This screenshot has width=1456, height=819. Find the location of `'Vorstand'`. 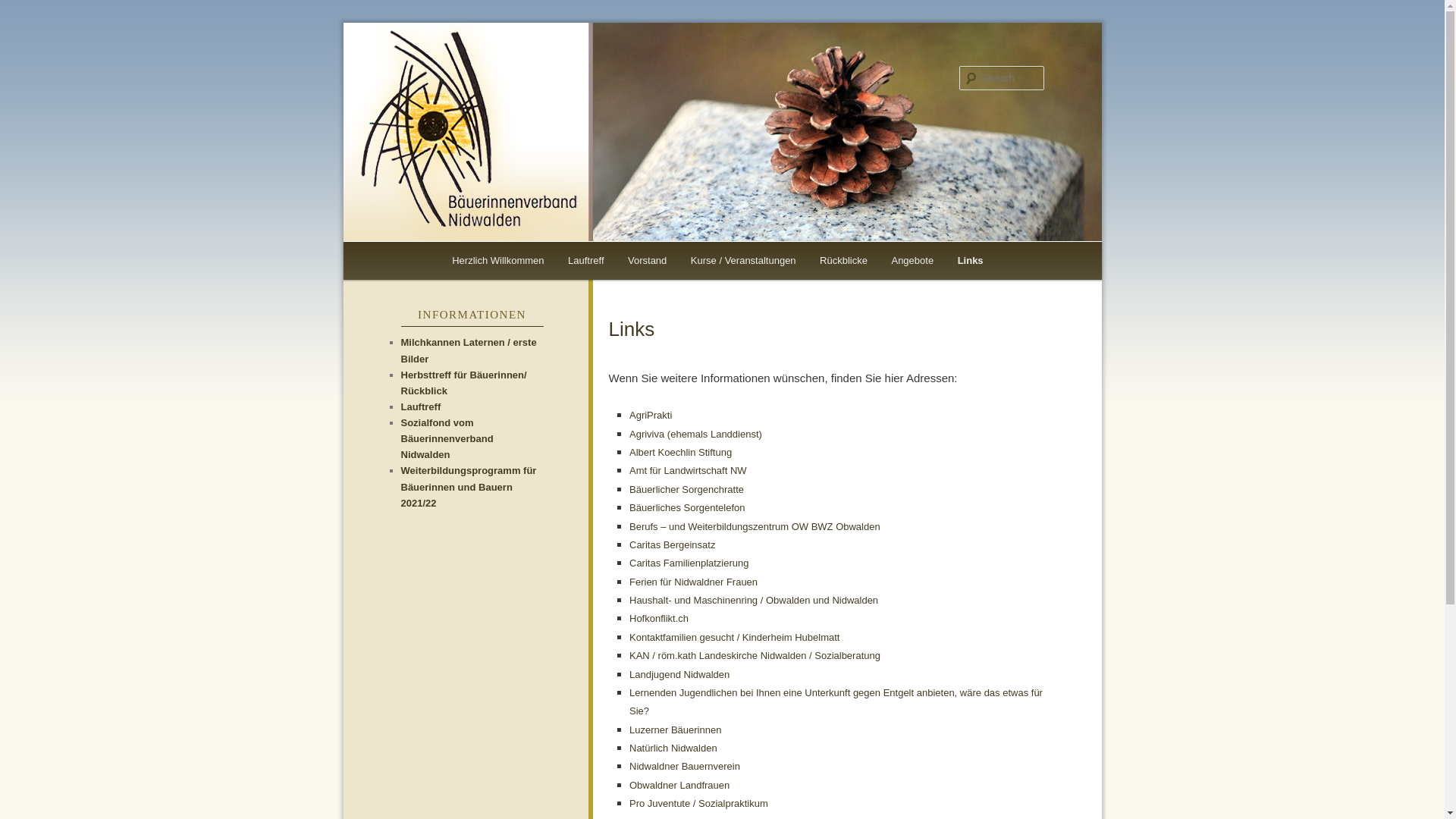

'Vorstand' is located at coordinates (647, 259).